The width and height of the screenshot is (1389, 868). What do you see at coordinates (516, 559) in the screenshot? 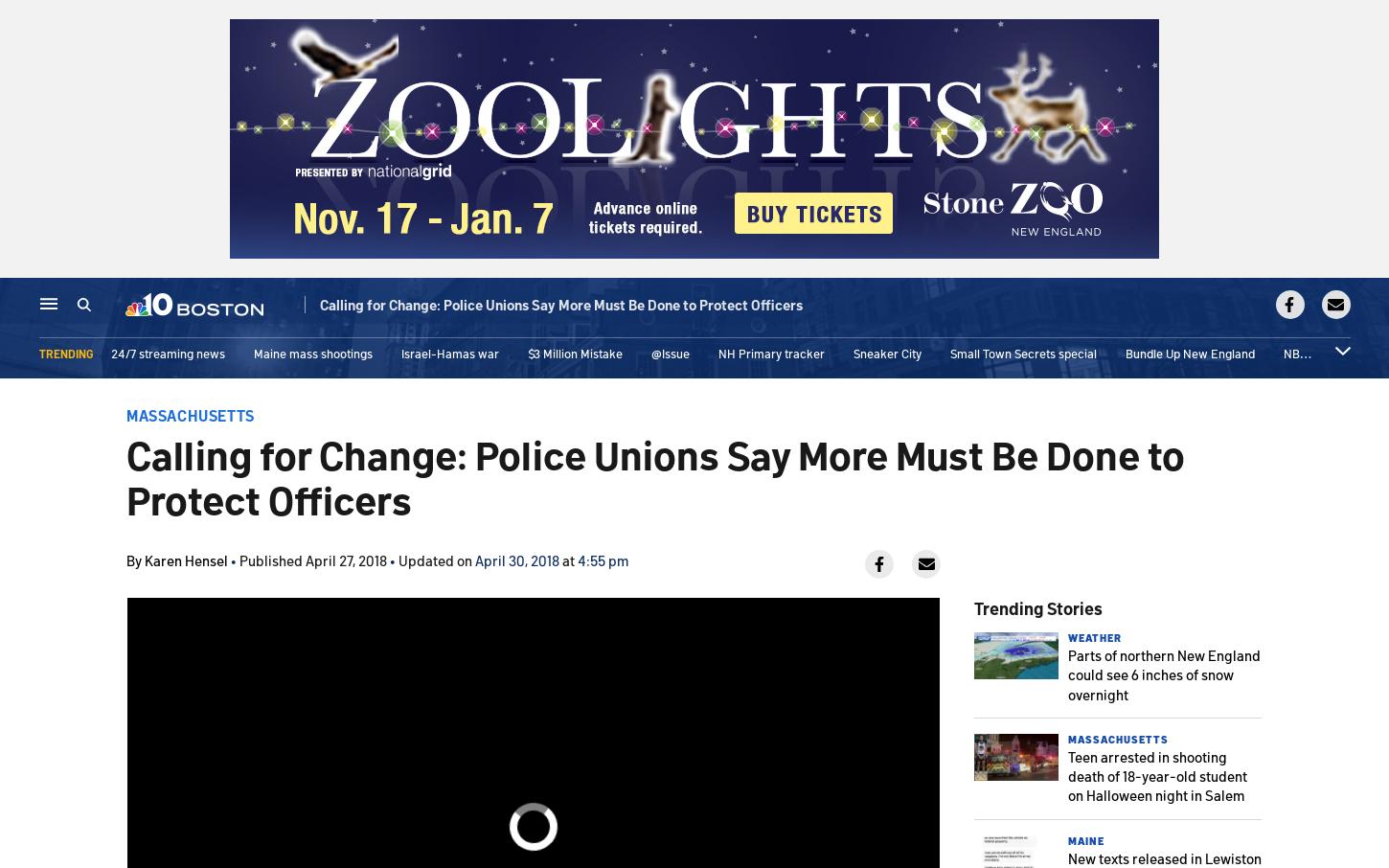
I see `'April 30, 2018'` at bounding box center [516, 559].